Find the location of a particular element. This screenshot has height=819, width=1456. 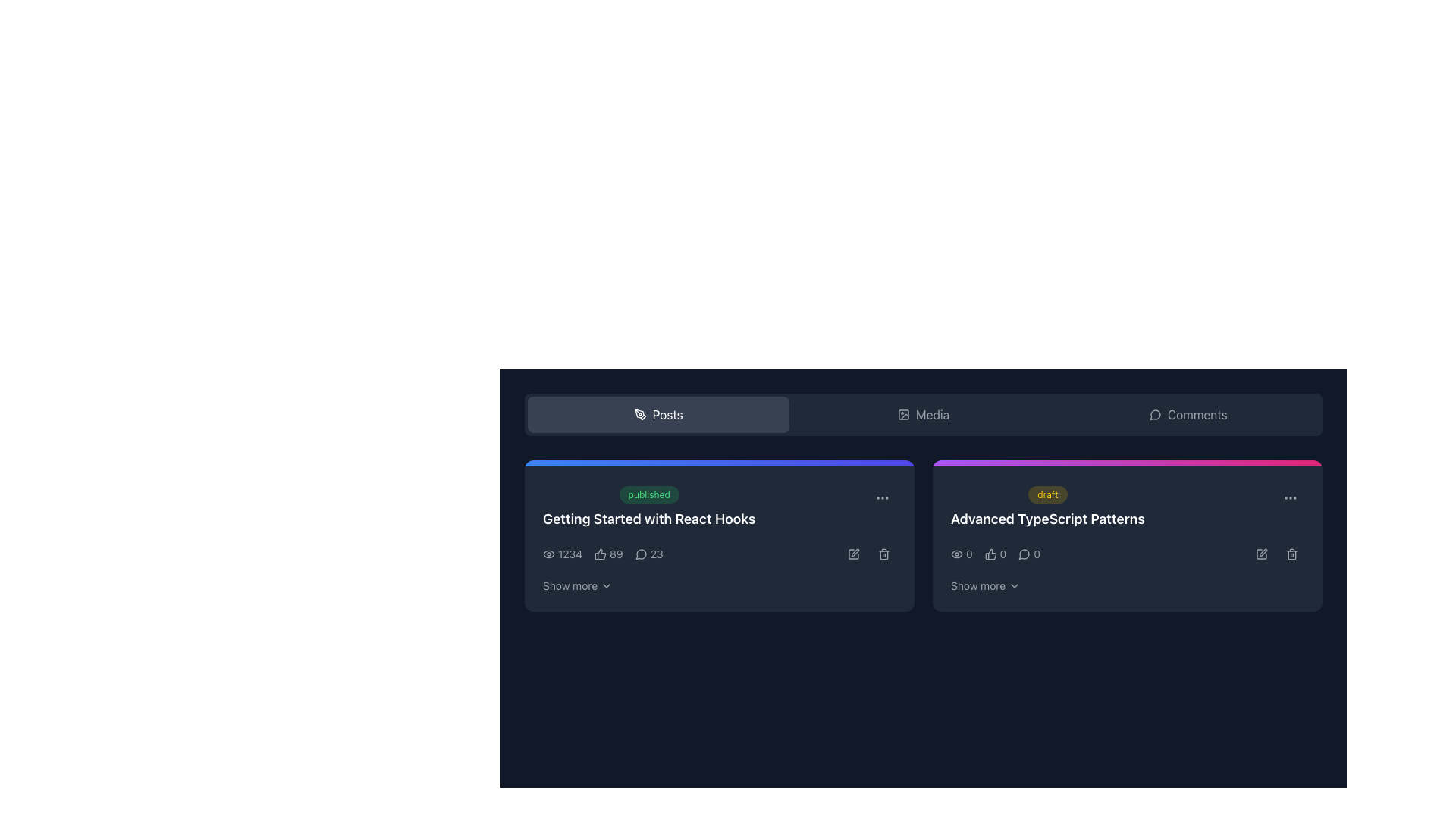

the content card titled 'Advanced TypeScript Patterns' which is the second card in a two-column grid layout with a dark gray background and a gradient color bar at the top is located at coordinates (1128, 535).